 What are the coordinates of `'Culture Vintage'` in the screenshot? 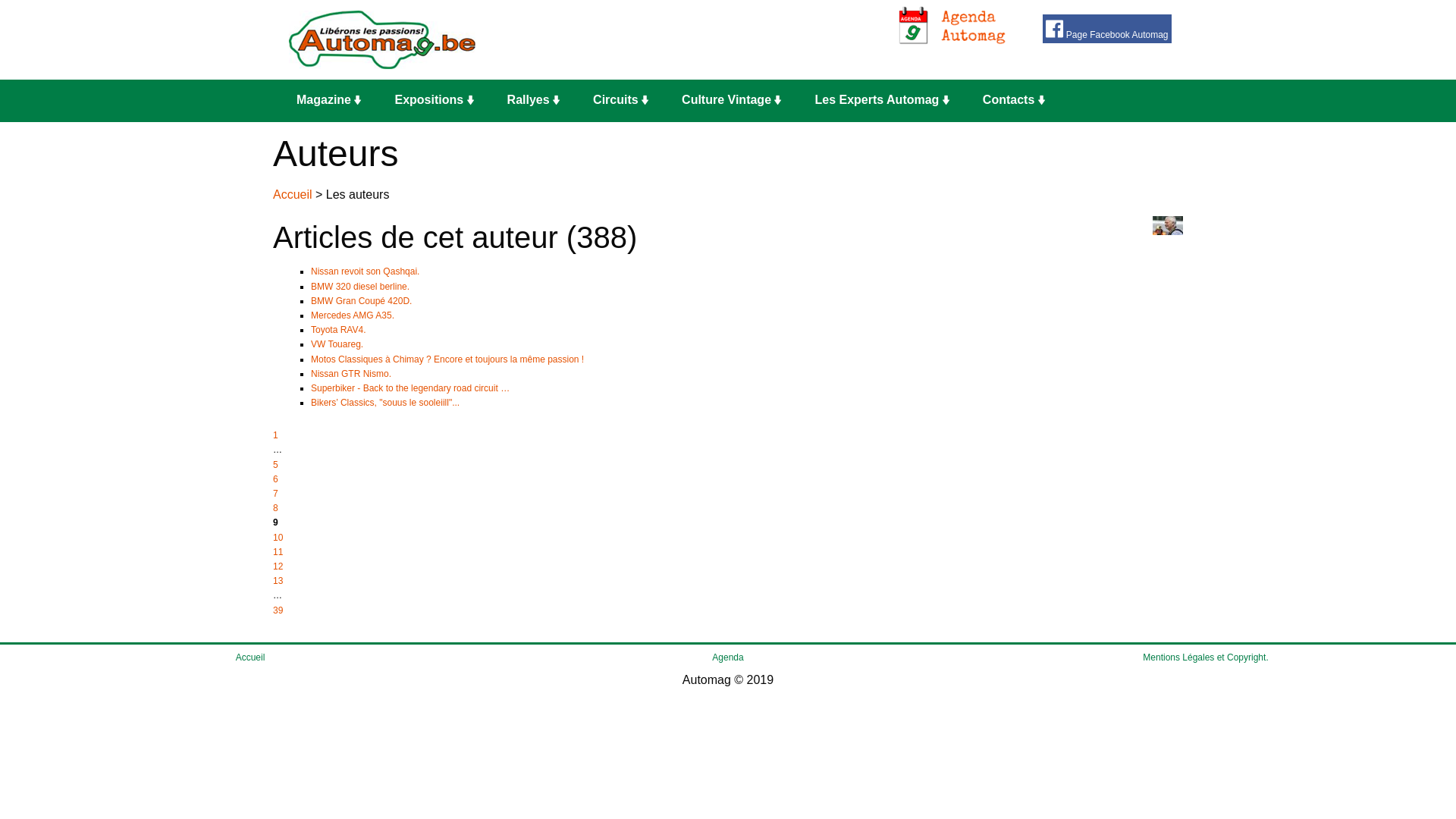 It's located at (736, 100).